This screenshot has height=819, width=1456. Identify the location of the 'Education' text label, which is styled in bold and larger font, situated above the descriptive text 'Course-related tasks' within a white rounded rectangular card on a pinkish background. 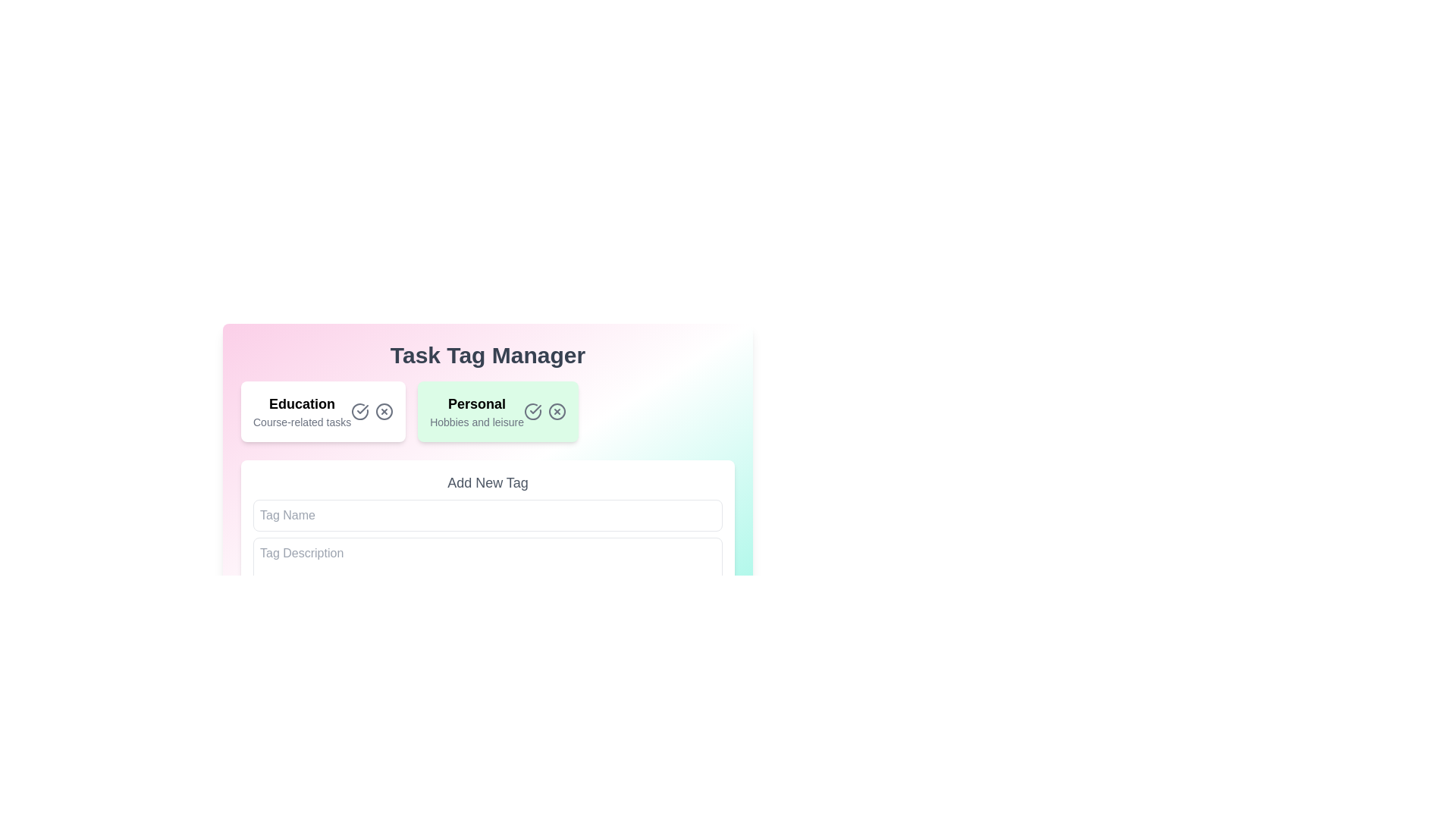
(302, 403).